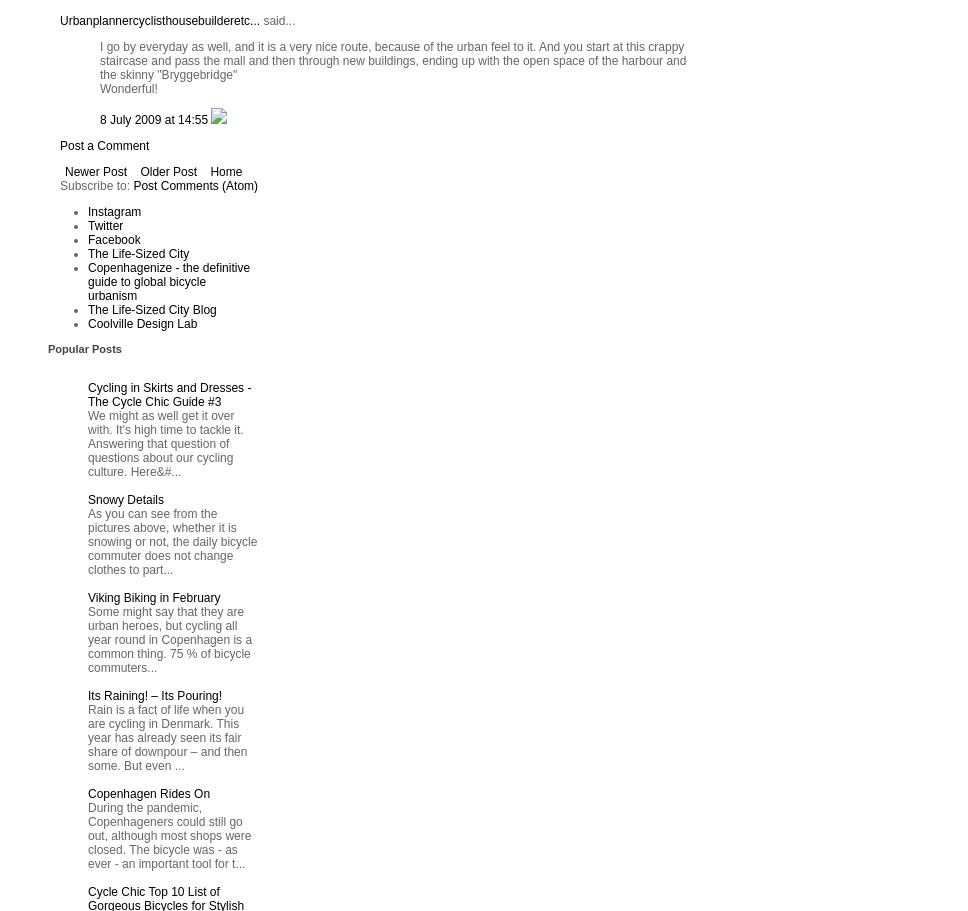  I want to click on 'said...', so click(277, 21).